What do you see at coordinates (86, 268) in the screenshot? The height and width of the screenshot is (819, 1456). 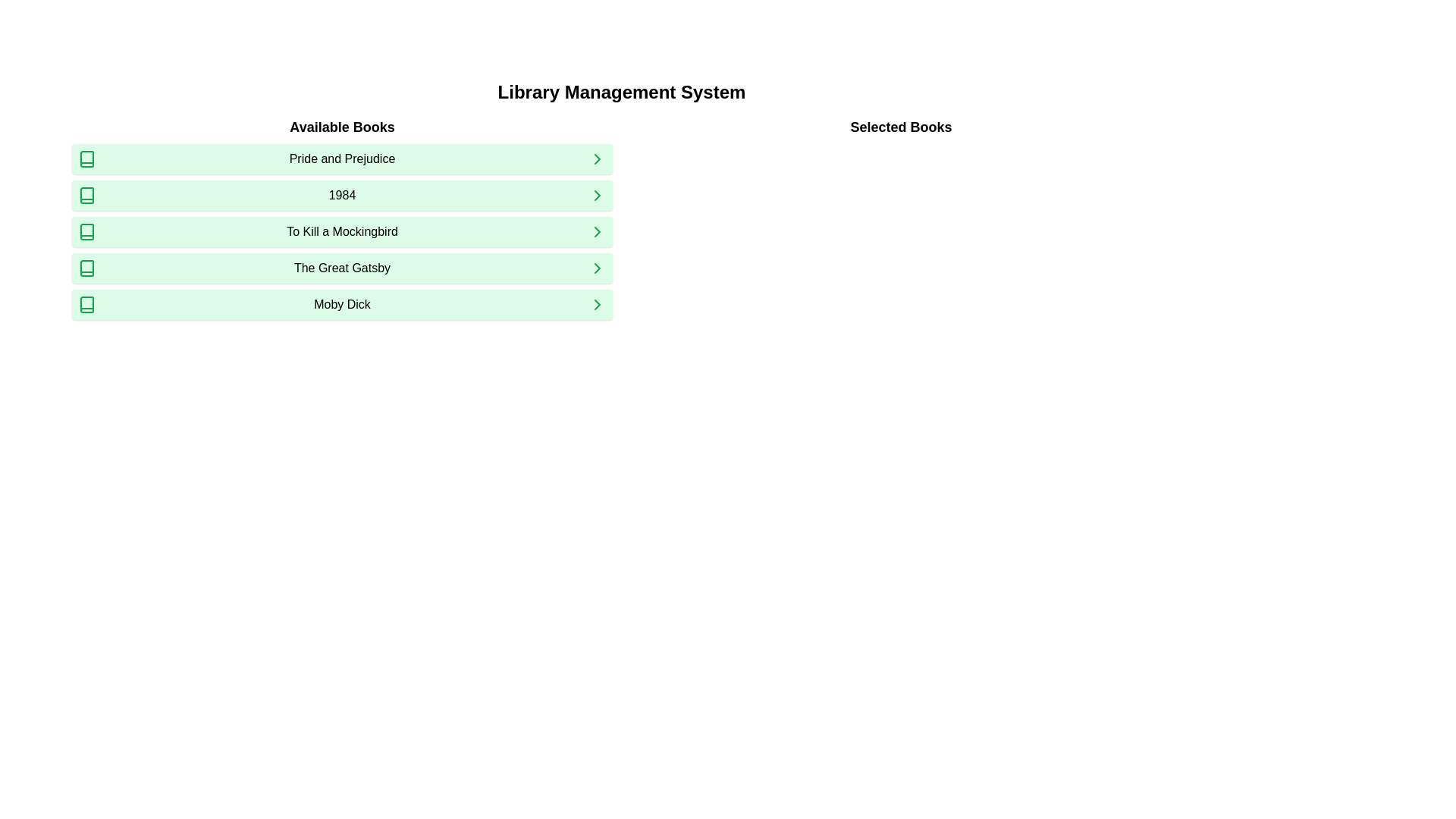 I see `the icon resembling a stylized book outlined in green, positioned at the leftmost side of the row labeled 'The Great Gatsby' in the 'Available Books' section` at bounding box center [86, 268].